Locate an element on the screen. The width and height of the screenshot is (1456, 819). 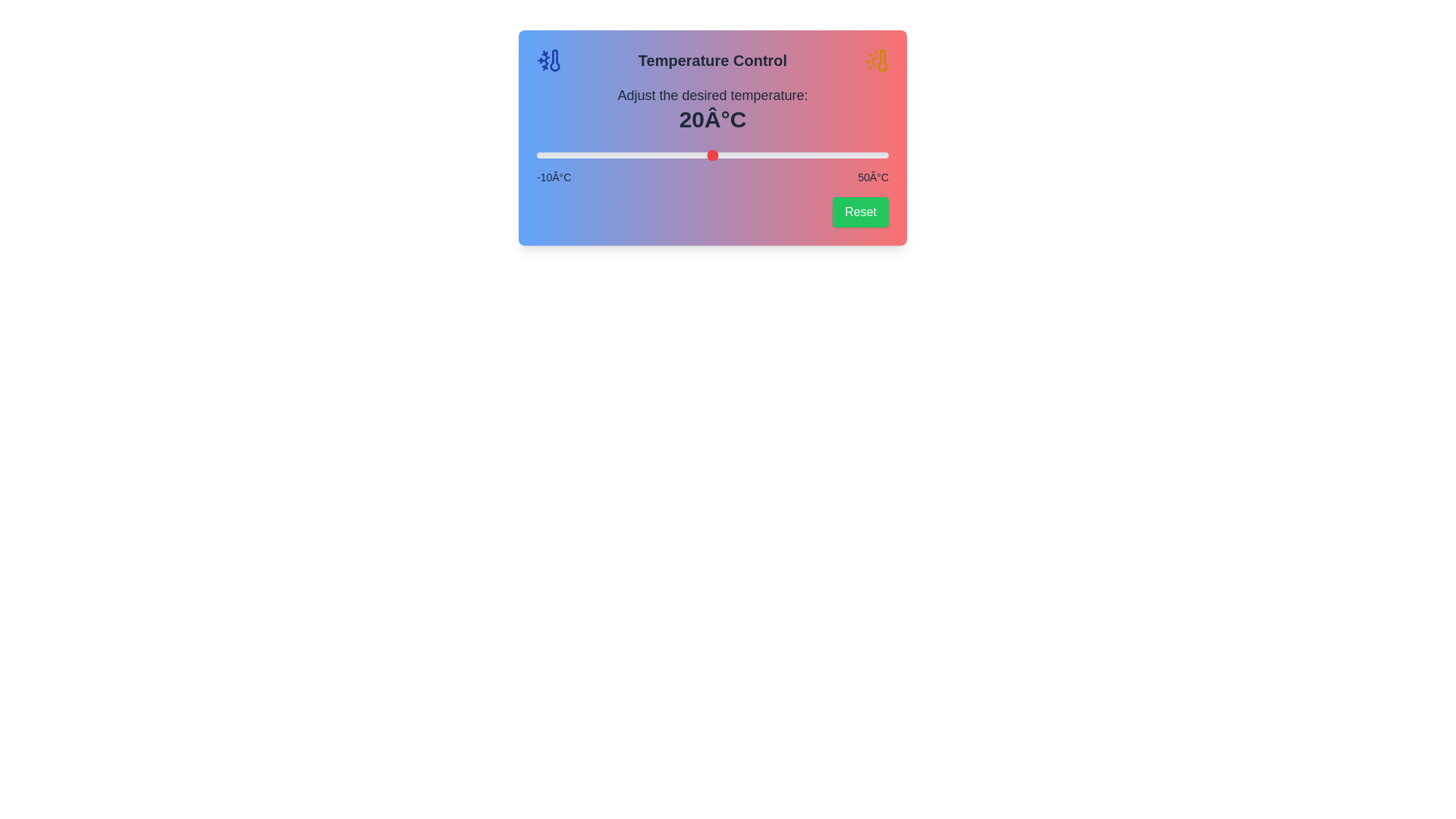
the slider to set the temperature to 7°C is located at coordinates (636, 155).